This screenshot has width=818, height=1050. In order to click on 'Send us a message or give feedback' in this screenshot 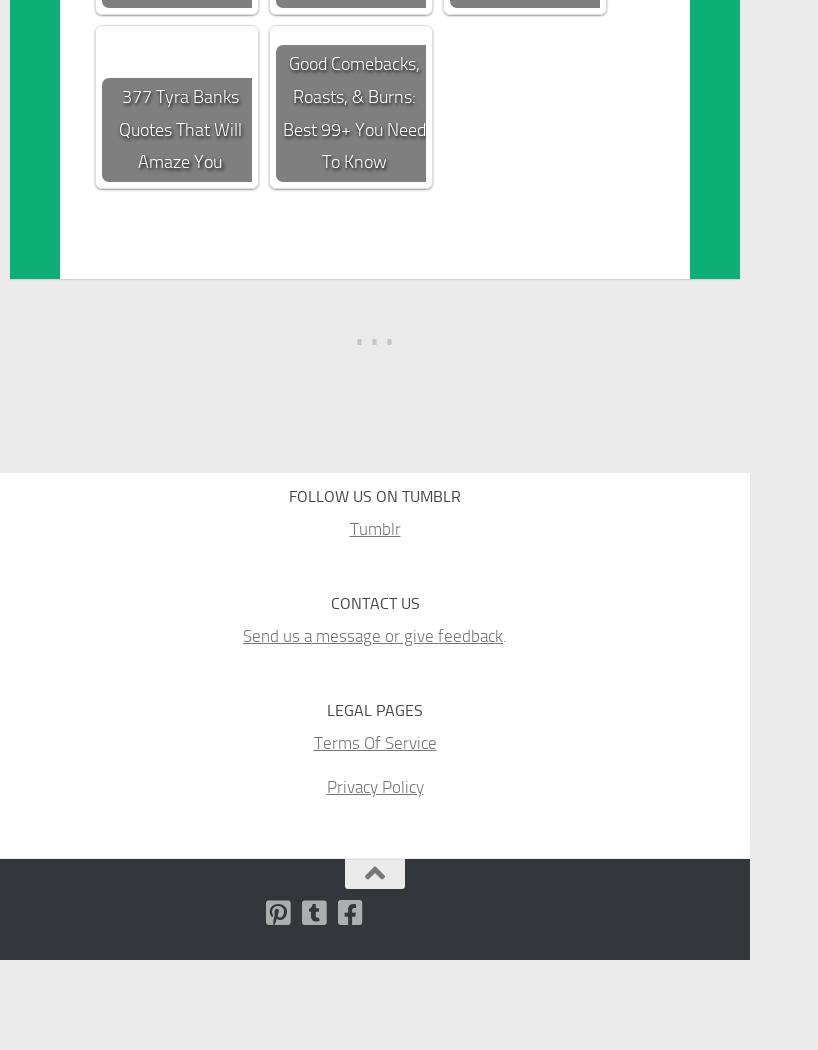, I will do `click(373, 635)`.